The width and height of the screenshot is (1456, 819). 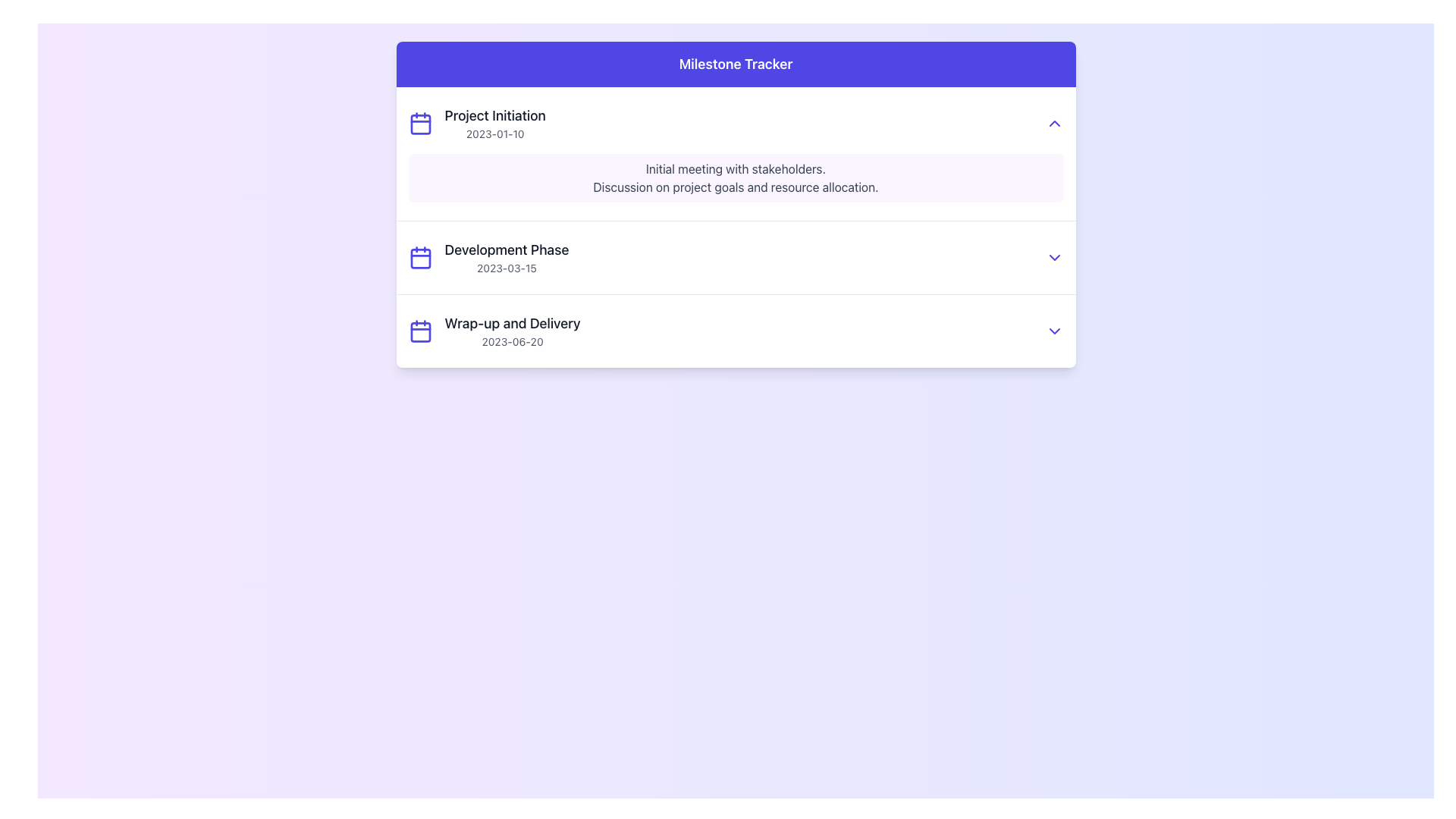 I want to click on the button that expands or collapses additional details related to the 'Wrap-up and Delivery' milestone, located near the bottom of the milestone list and to the right of the 'Wrap-up and Delivery' text and date, so click(x=1053, y=330).